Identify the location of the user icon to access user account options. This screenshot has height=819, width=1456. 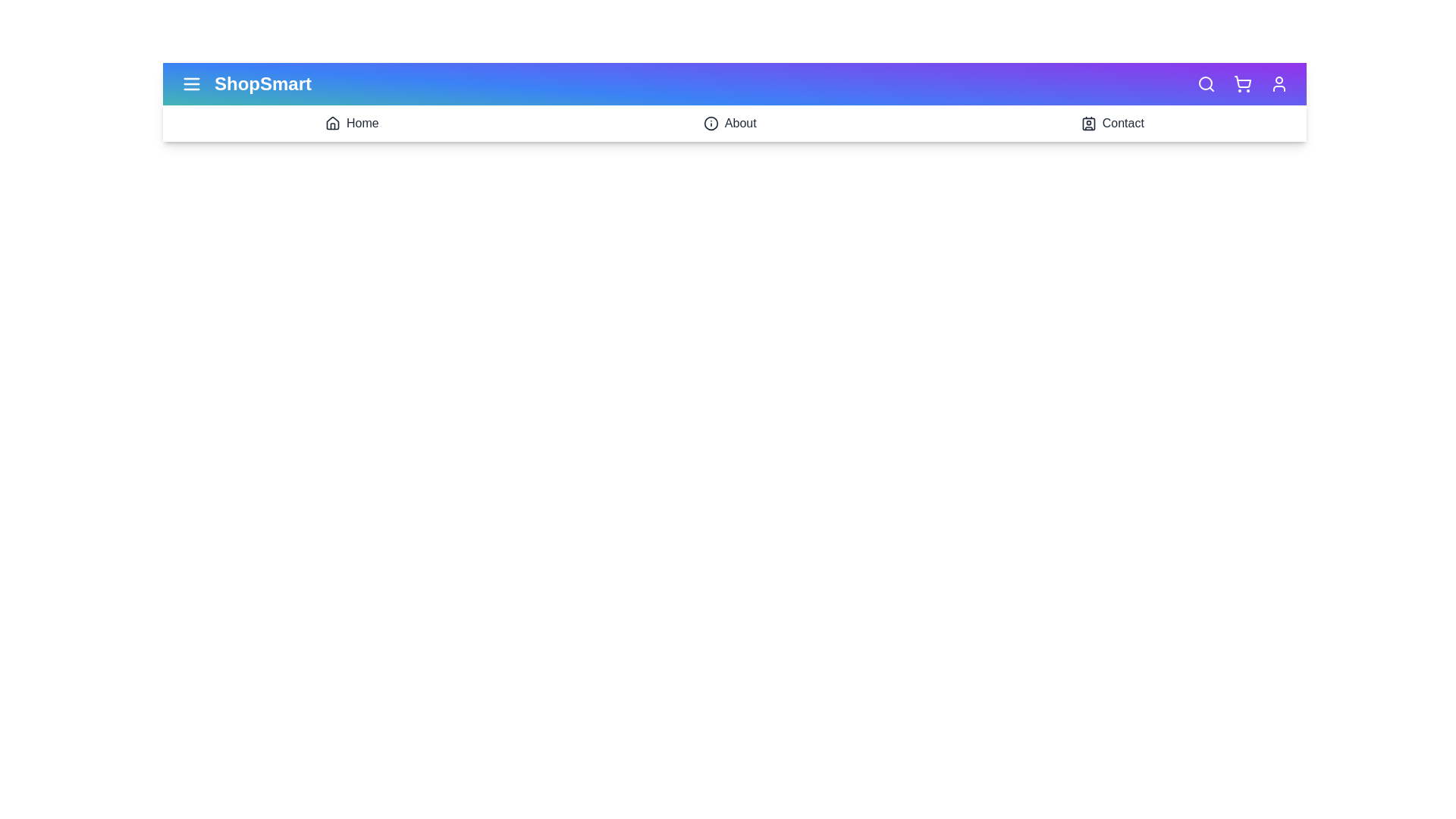
(1278, 84).